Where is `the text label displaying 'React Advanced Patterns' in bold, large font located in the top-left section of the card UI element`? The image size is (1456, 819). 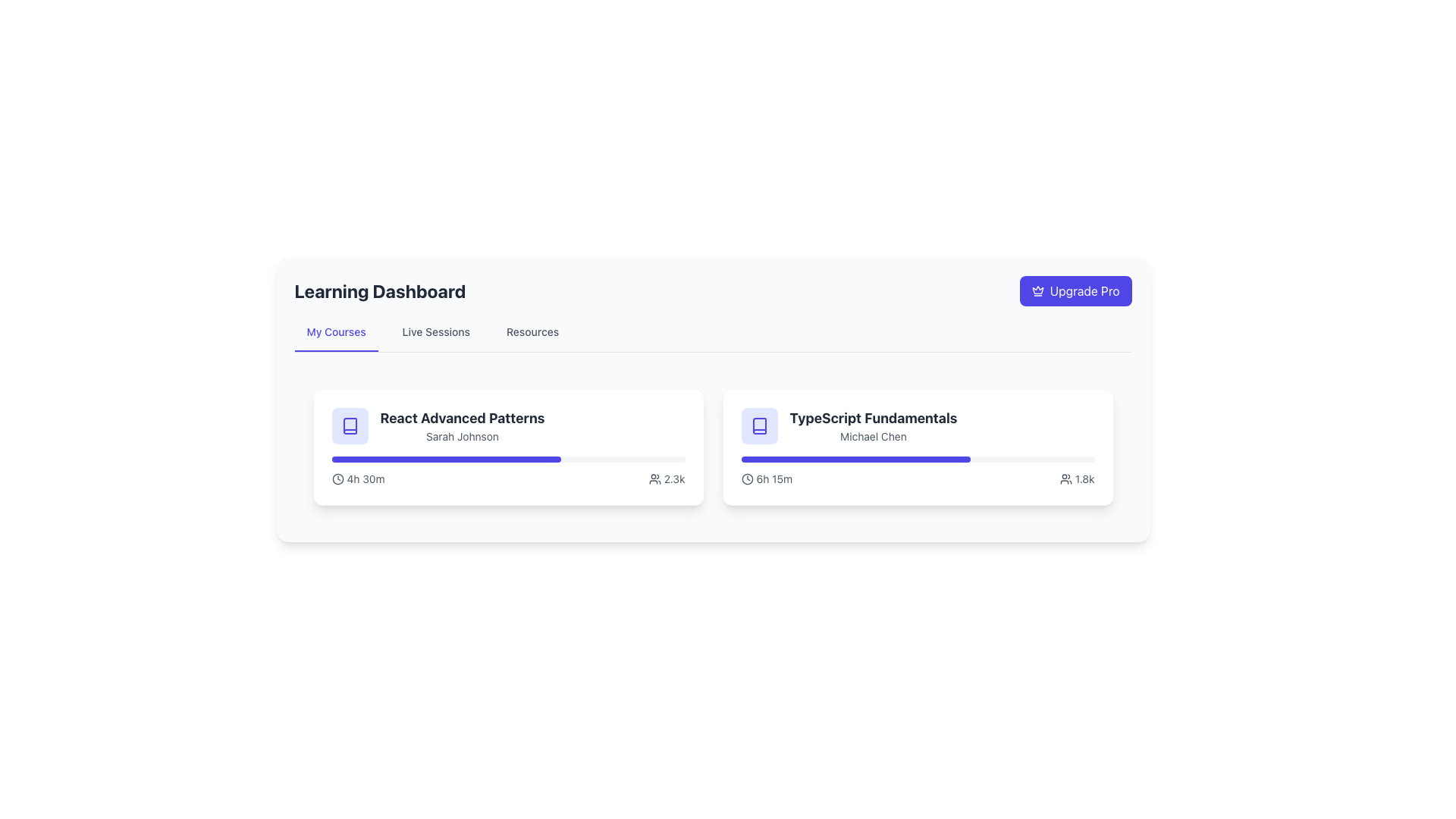
the text label displaying 'React Advanced Patterns' in bold, large font located in the top-left section of the card UI element is located at coordinates (461, 418).